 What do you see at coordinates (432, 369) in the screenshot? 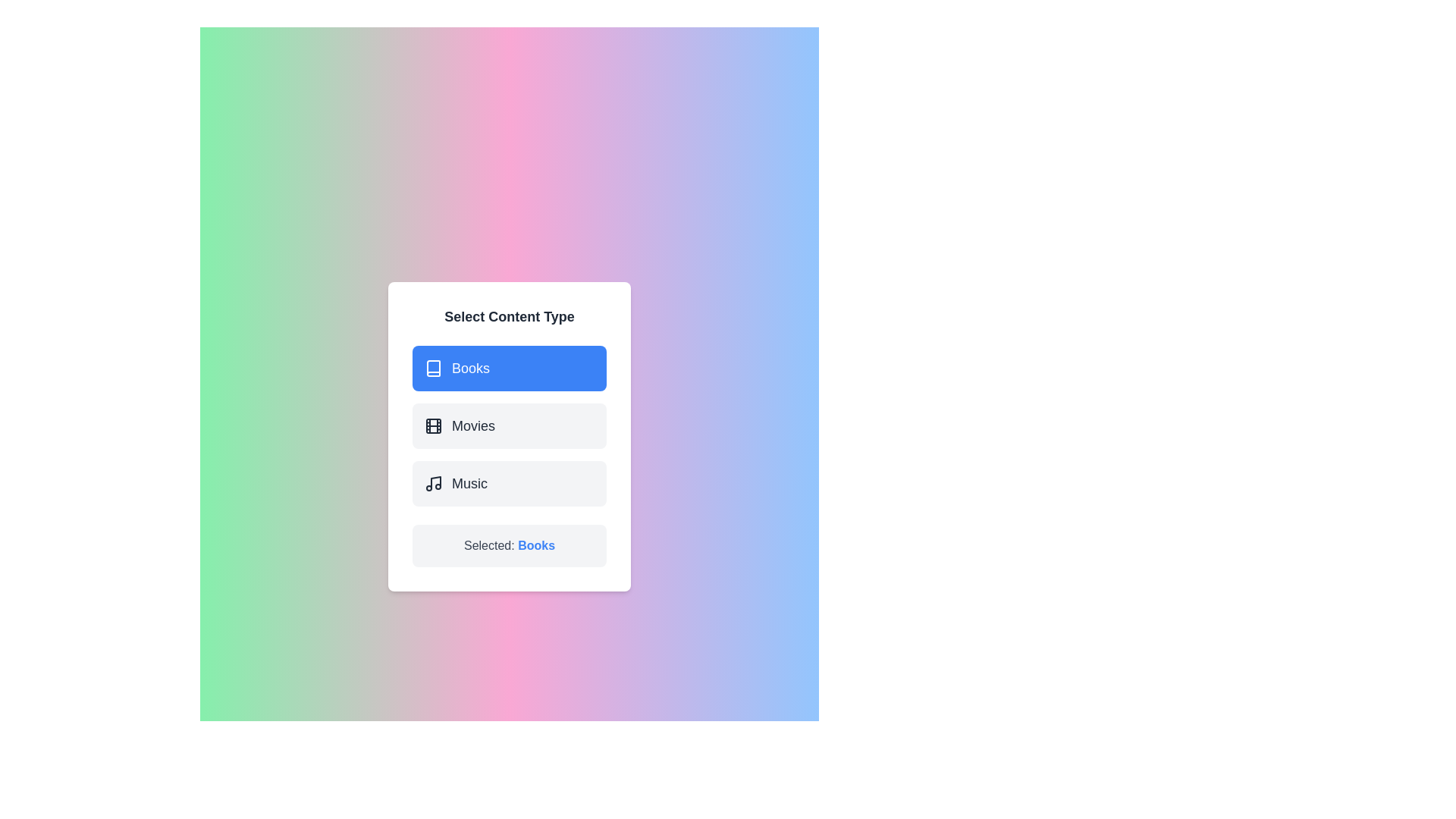
I see `the small book icon positioned to the left of the 'Books' text, which is part of a selectable option with a blue background` at bounding box center [432, 369].